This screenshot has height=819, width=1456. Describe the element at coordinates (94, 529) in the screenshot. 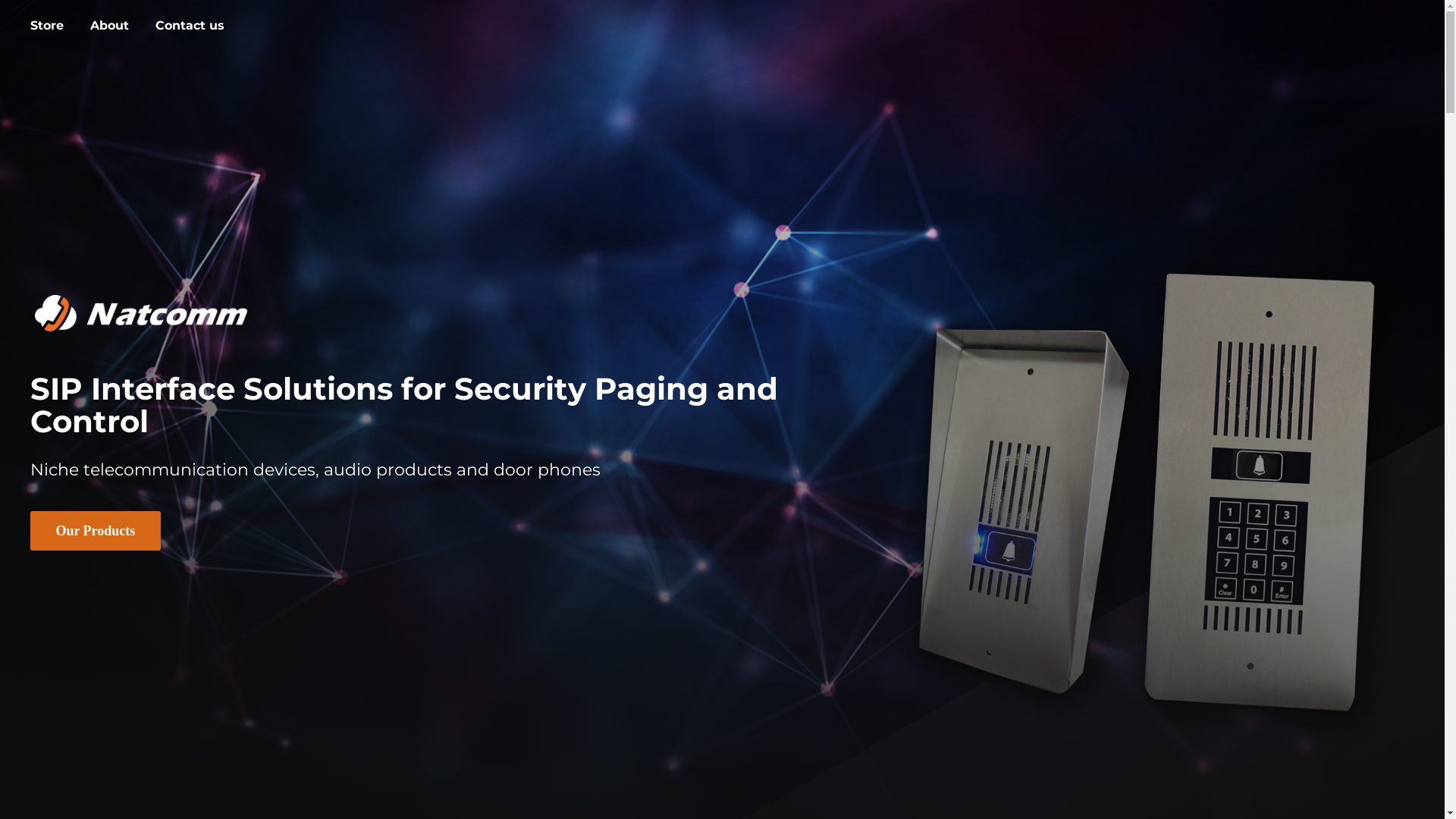

I see `'Our Products'` at that location.